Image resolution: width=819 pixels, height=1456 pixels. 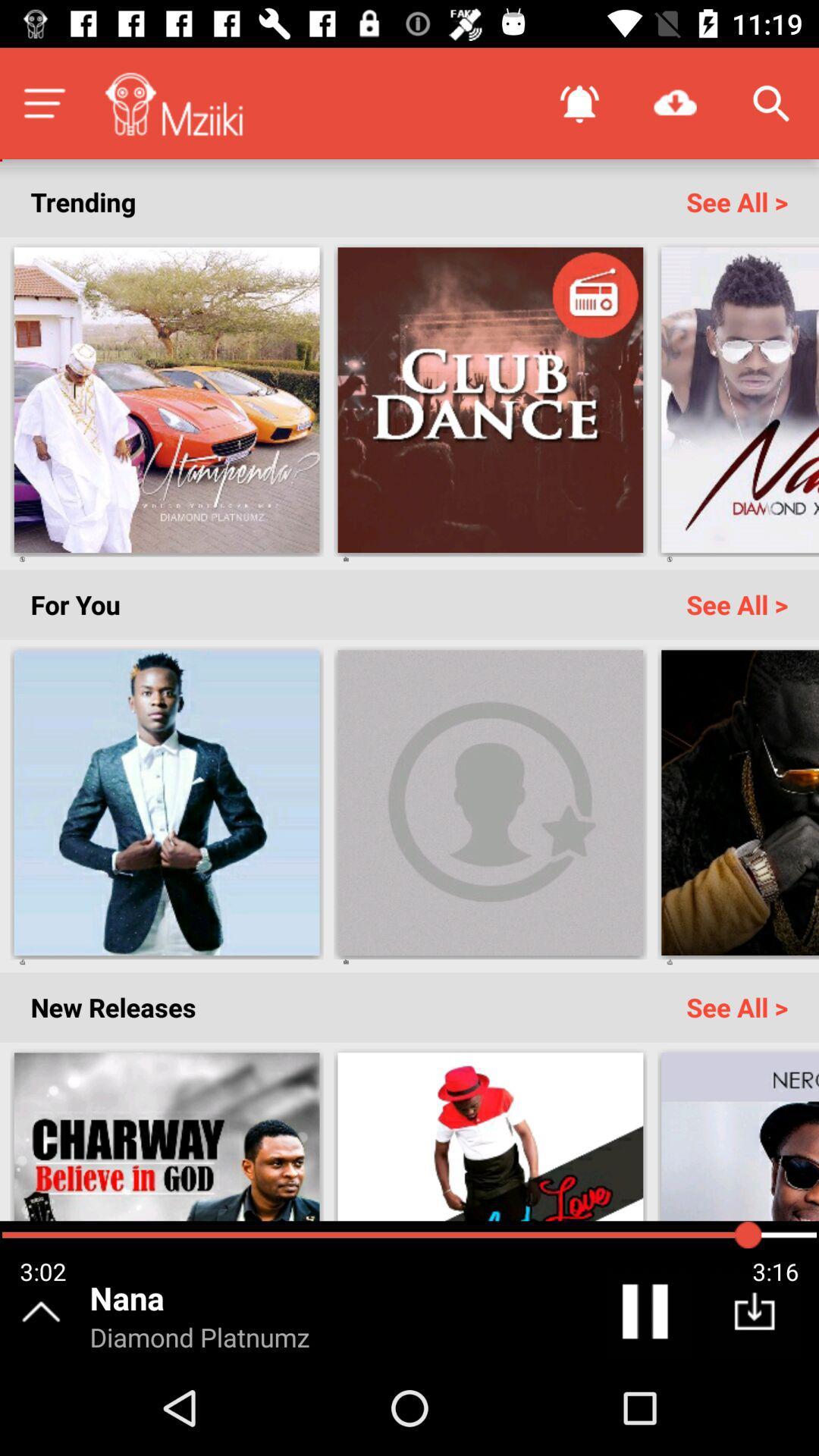 I want to click on the pause icon, so click(x=648, y=1314).